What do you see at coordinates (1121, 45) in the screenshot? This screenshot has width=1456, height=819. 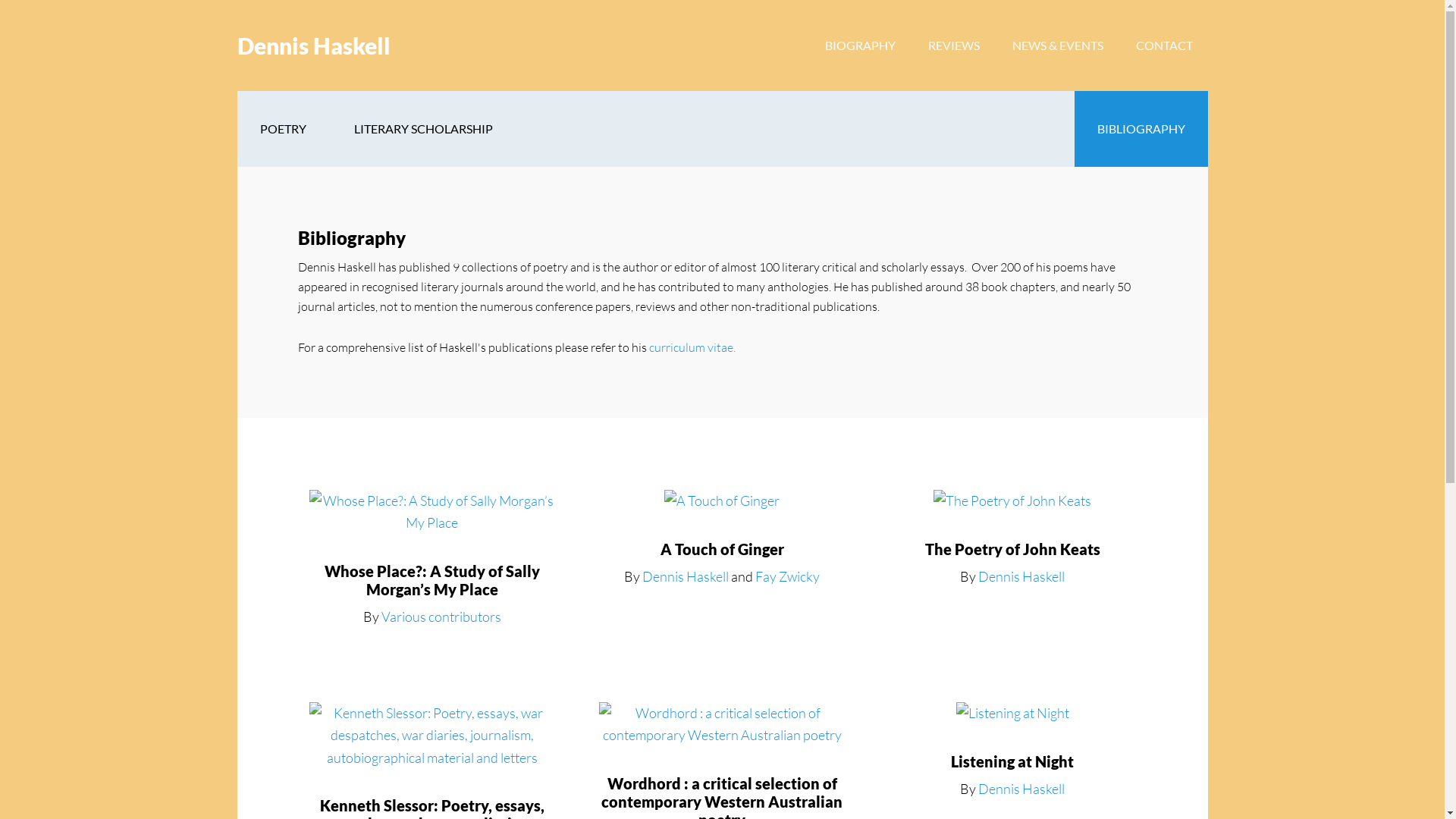 I see `'CONTACT'` at bounding box center [1121, 45].